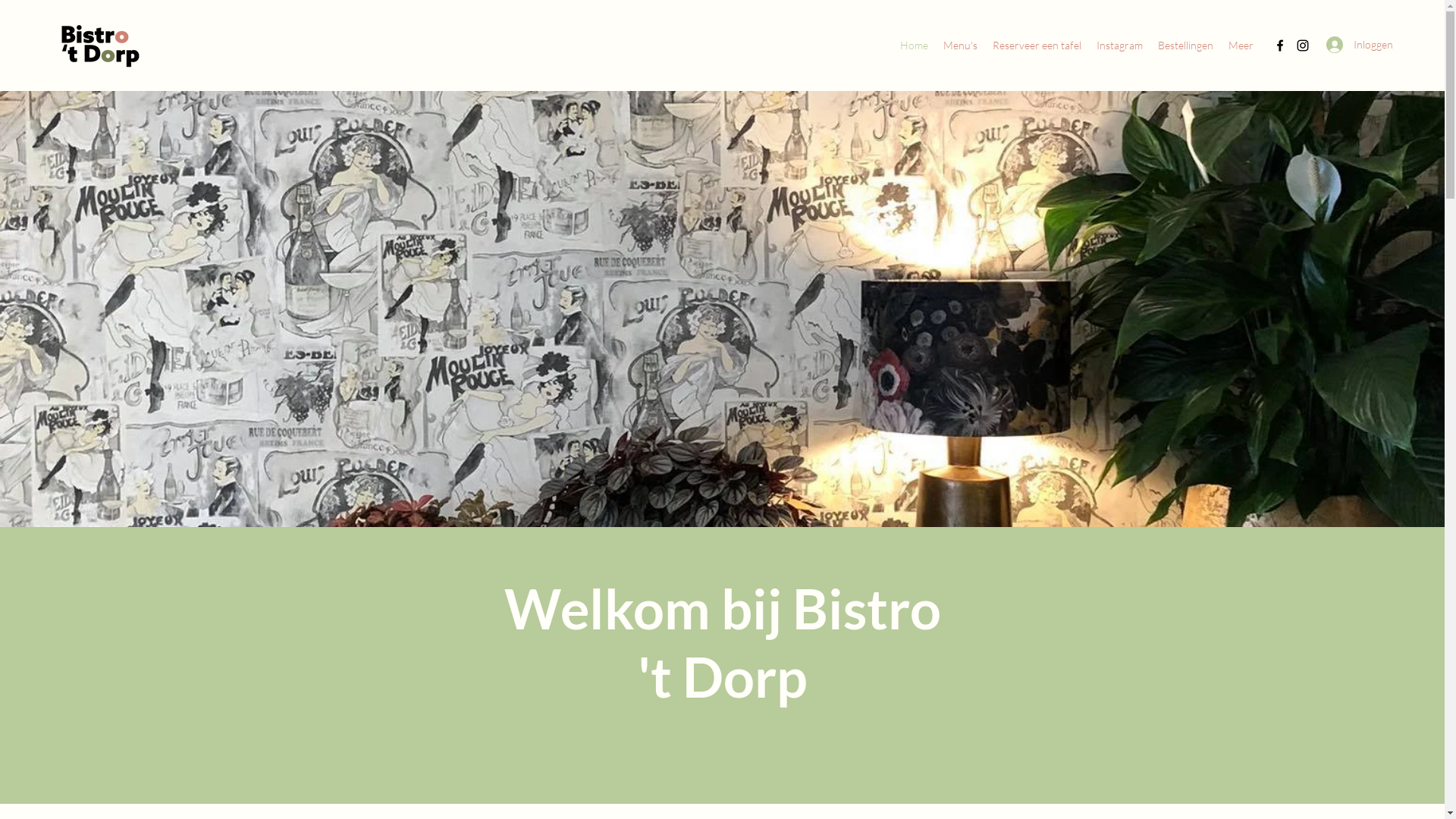  I want to click on 'Inloggen', so click(1350, 43).